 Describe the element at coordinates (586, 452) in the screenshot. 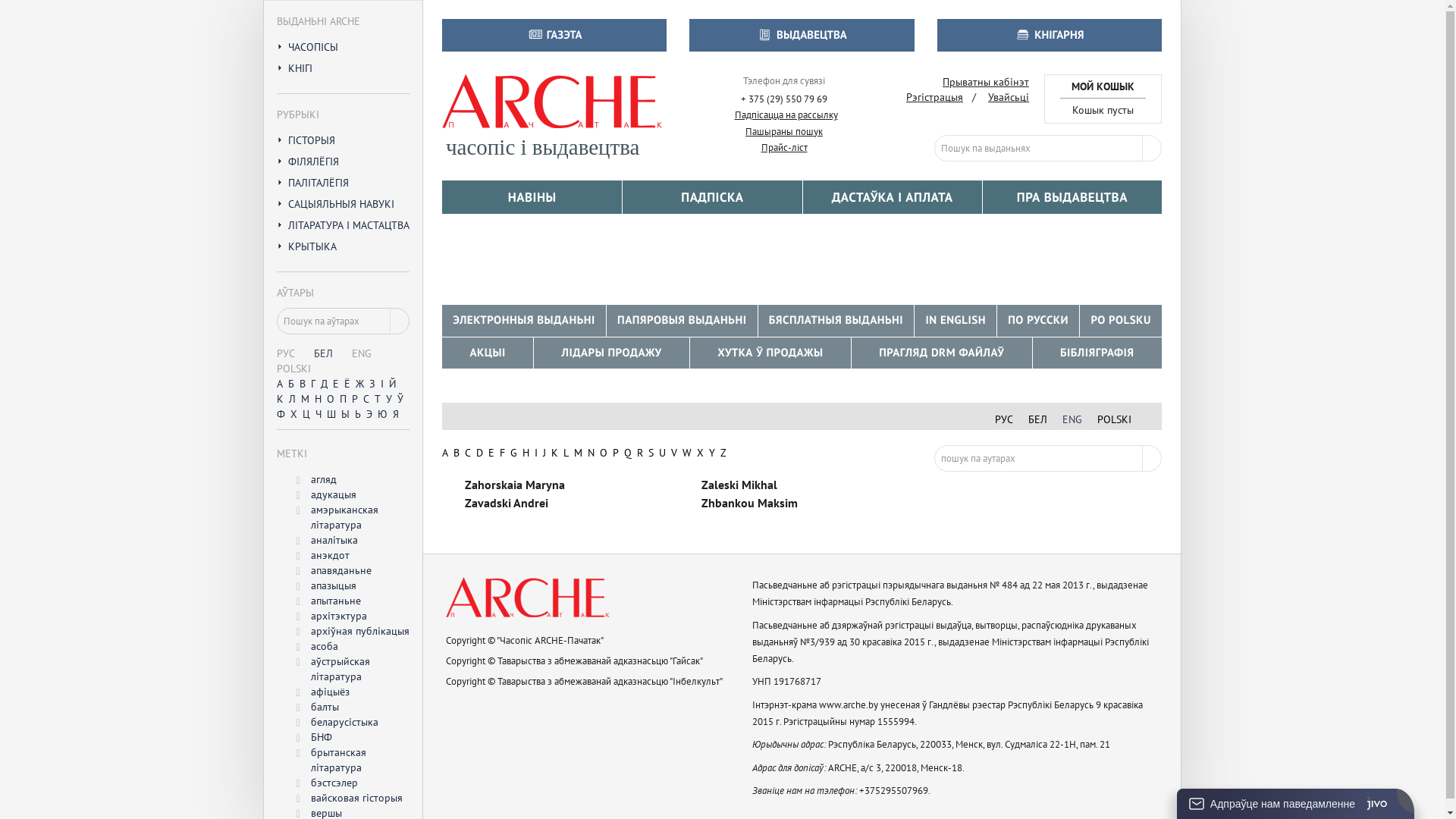

I see `'N'` at that location.